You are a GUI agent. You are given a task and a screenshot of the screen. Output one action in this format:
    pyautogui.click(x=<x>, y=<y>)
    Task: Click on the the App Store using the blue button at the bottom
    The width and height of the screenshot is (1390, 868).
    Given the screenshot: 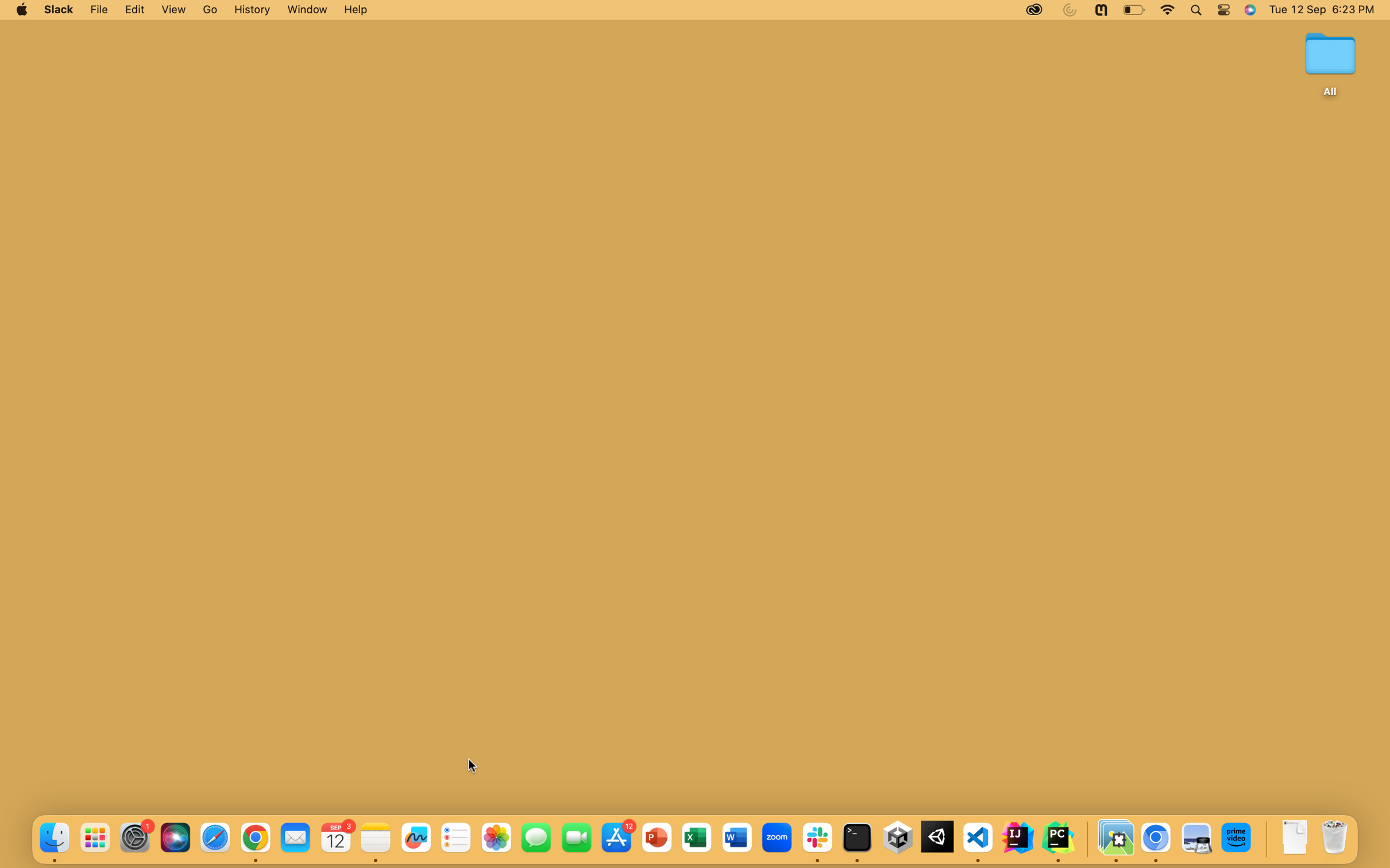 What is the action you would take?
    pyautogui.click(x=616, y=838)
    